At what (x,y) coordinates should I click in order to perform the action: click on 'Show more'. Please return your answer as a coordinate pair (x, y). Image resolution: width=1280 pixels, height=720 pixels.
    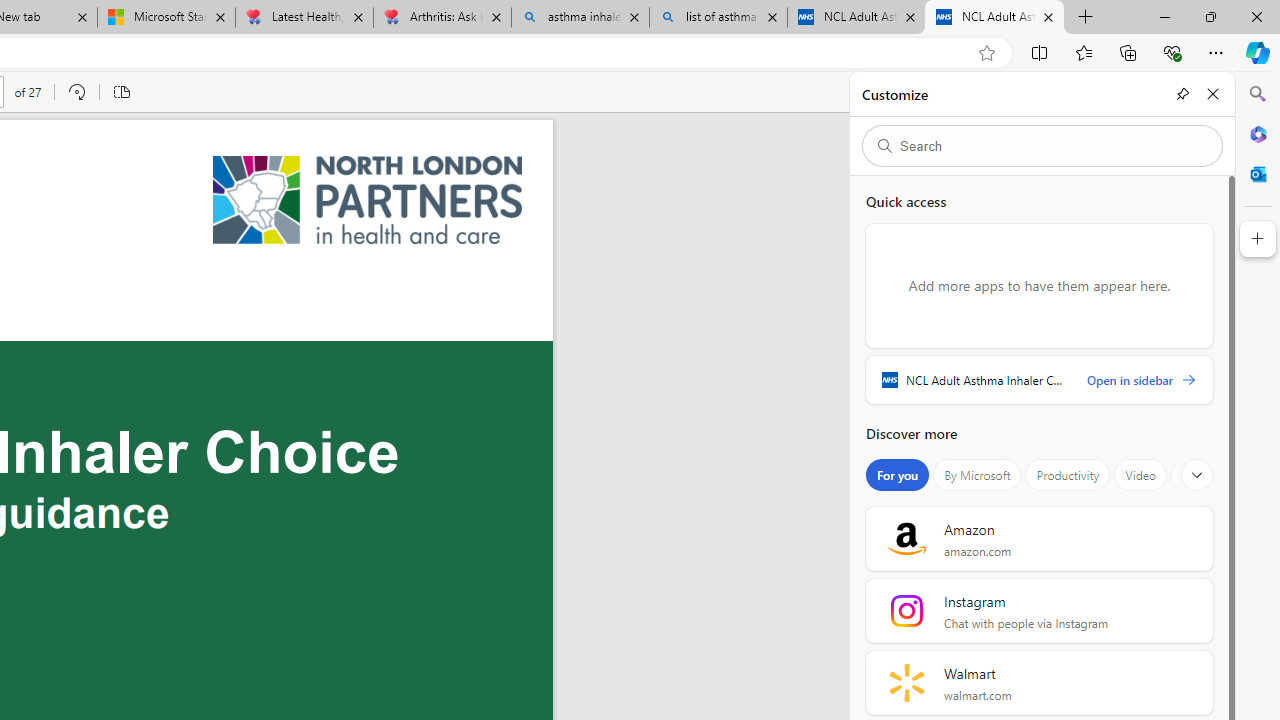
    Looking at the image, I should click on (1197, 475).